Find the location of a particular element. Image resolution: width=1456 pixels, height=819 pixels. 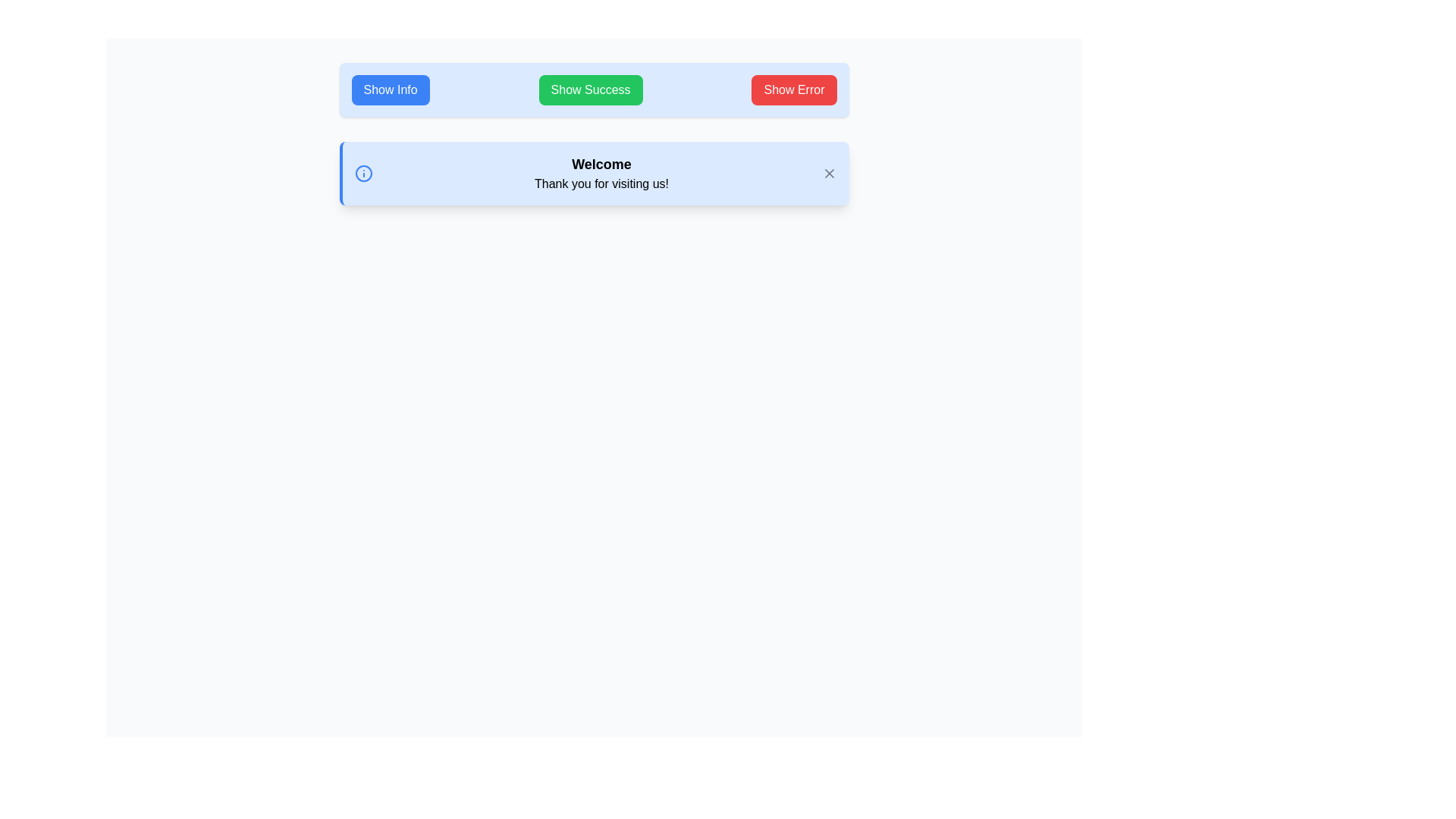

the welcoming message displayed prominently within the blue notification box is located at coordinates (601, 172).